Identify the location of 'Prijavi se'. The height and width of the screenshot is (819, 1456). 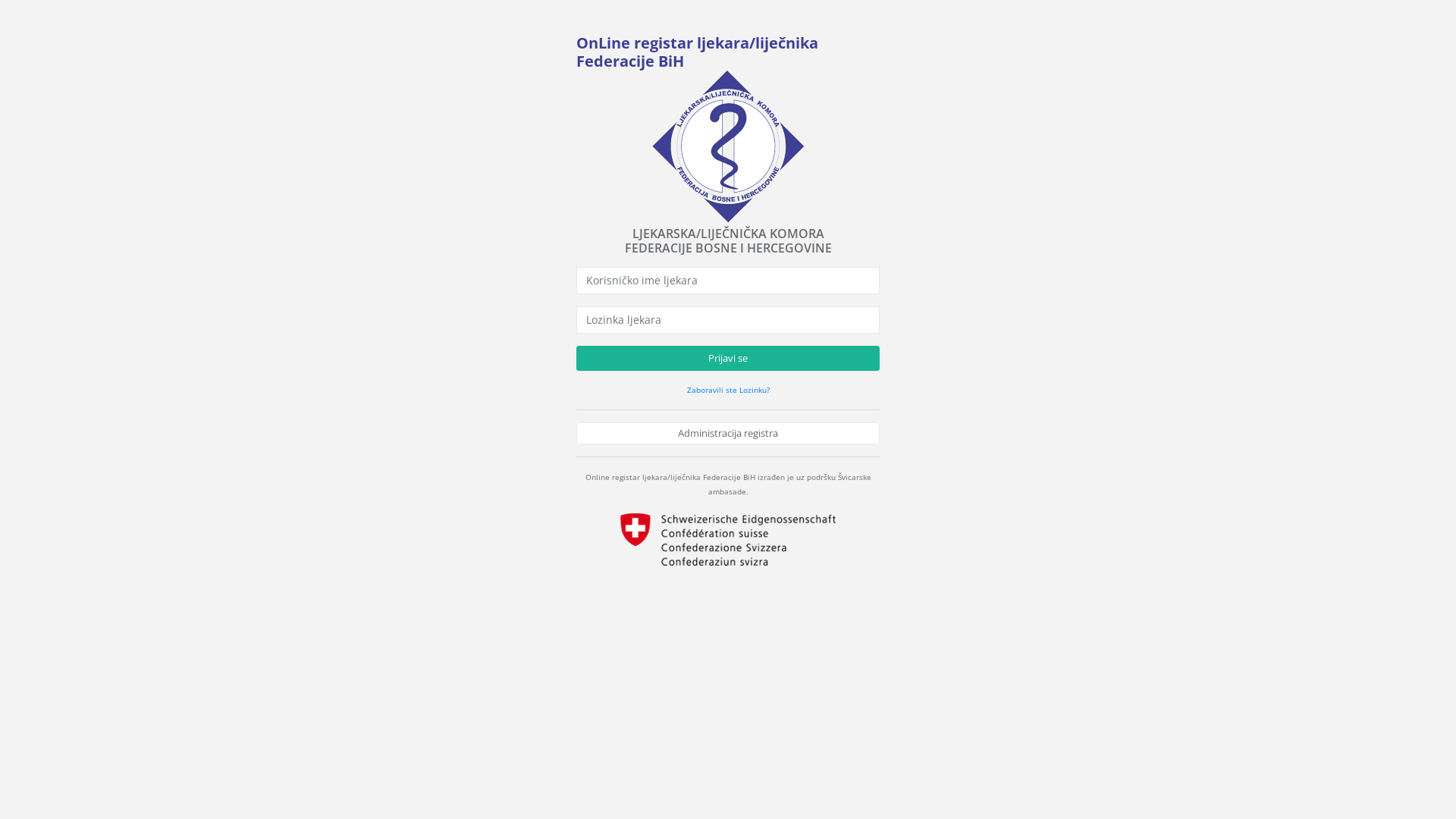
(728, 359).